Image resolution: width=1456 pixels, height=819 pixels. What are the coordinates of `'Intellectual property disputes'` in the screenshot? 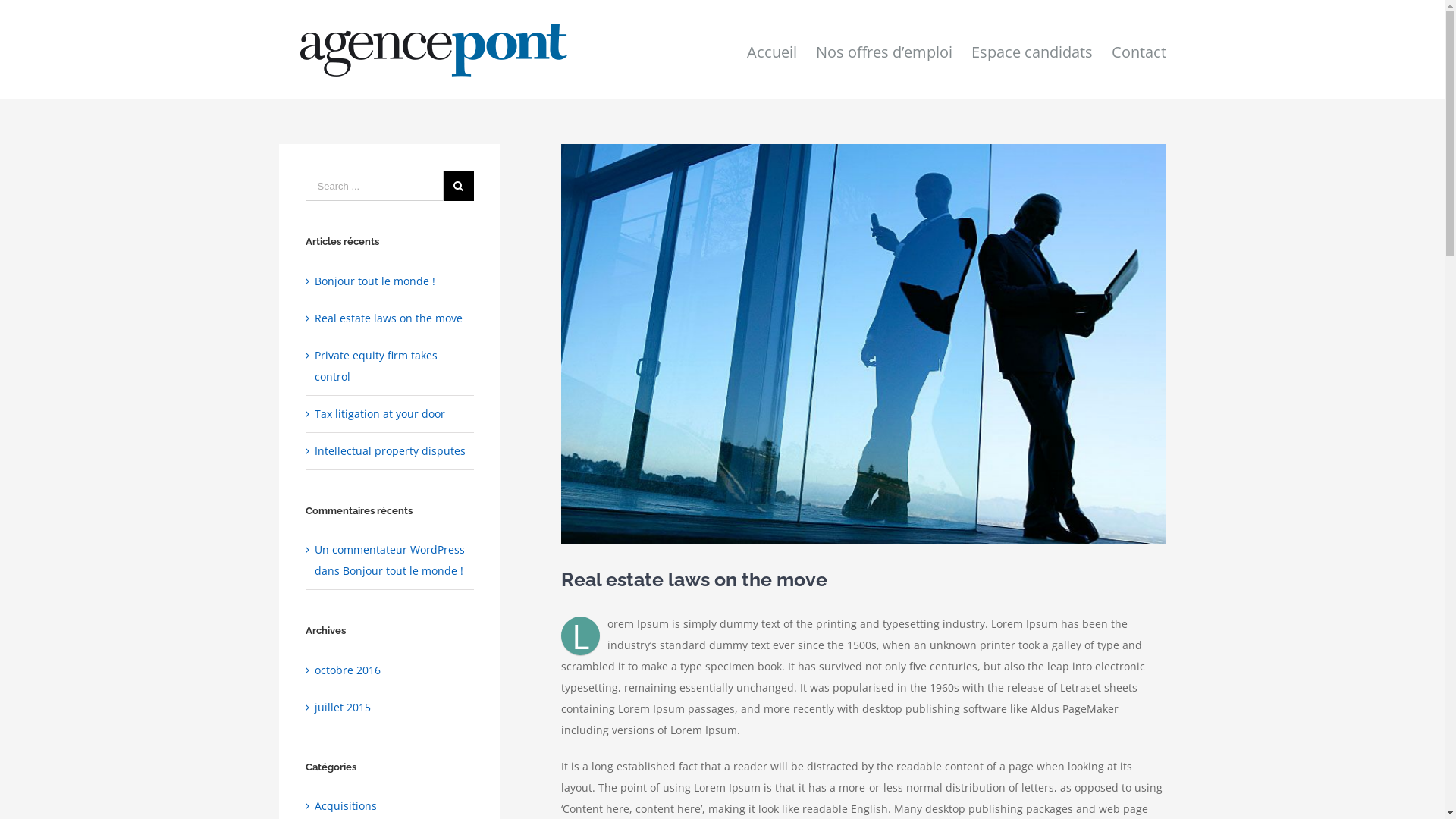 It's located at (390, 450).